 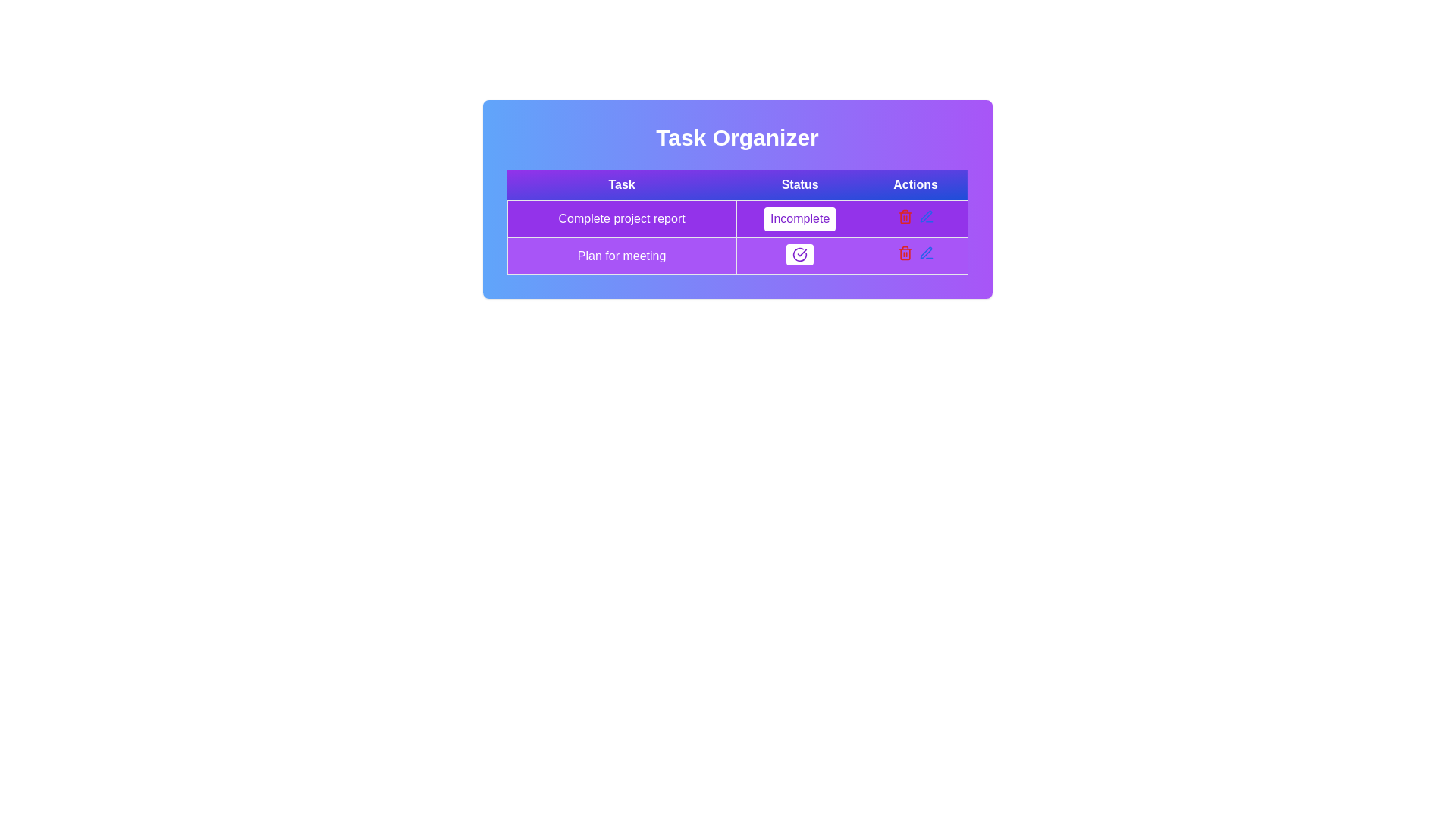 I want to click on the label or text display area located in the first row under the 'Task' column of the task management interface, so click(x=622, y=219).